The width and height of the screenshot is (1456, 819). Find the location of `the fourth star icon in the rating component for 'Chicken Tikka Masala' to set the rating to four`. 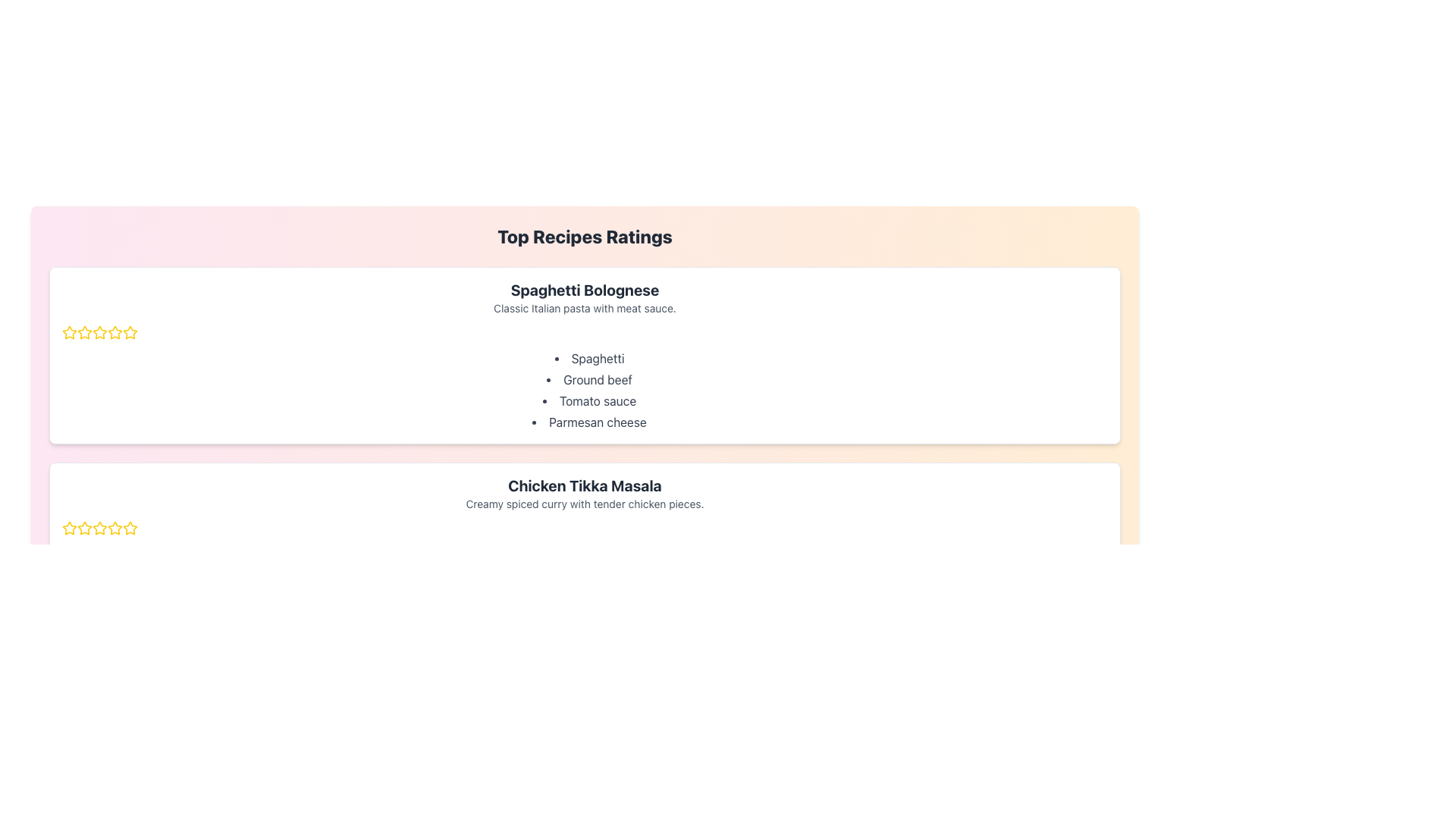

the fourth star icon in the rating component for 'Chicken Tikka Masala' to set the rating to four is located at coordinates (99, 528).